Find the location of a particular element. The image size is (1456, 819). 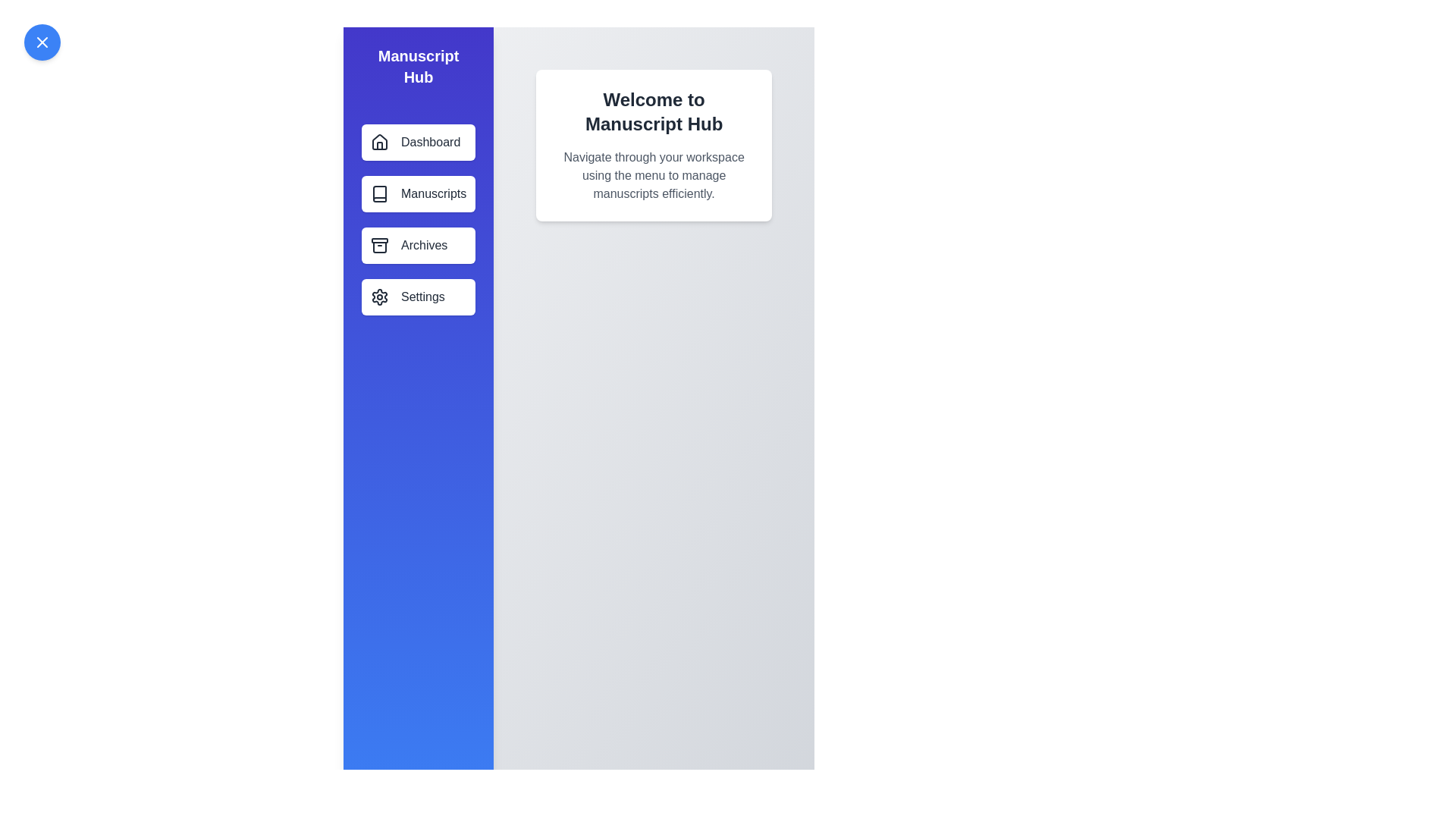

the menu item labeled Manuscripts is located at coordinates (419, 193).